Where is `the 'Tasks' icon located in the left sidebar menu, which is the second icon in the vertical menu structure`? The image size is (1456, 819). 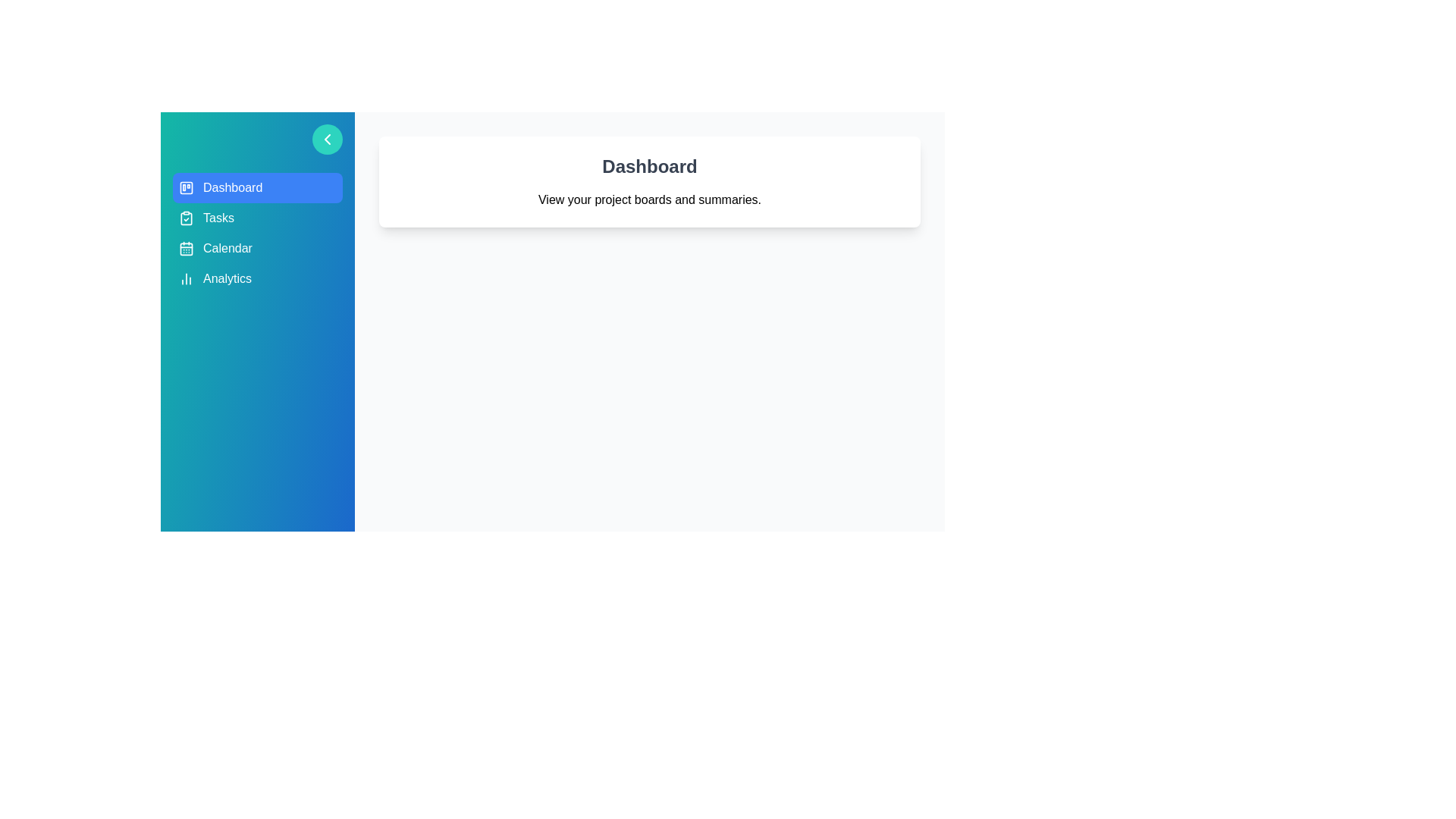
the 'Tasks' icon located in the left sidebar menu, which is the second icon in the vertical menu structure is located at coordinates (185, 218).